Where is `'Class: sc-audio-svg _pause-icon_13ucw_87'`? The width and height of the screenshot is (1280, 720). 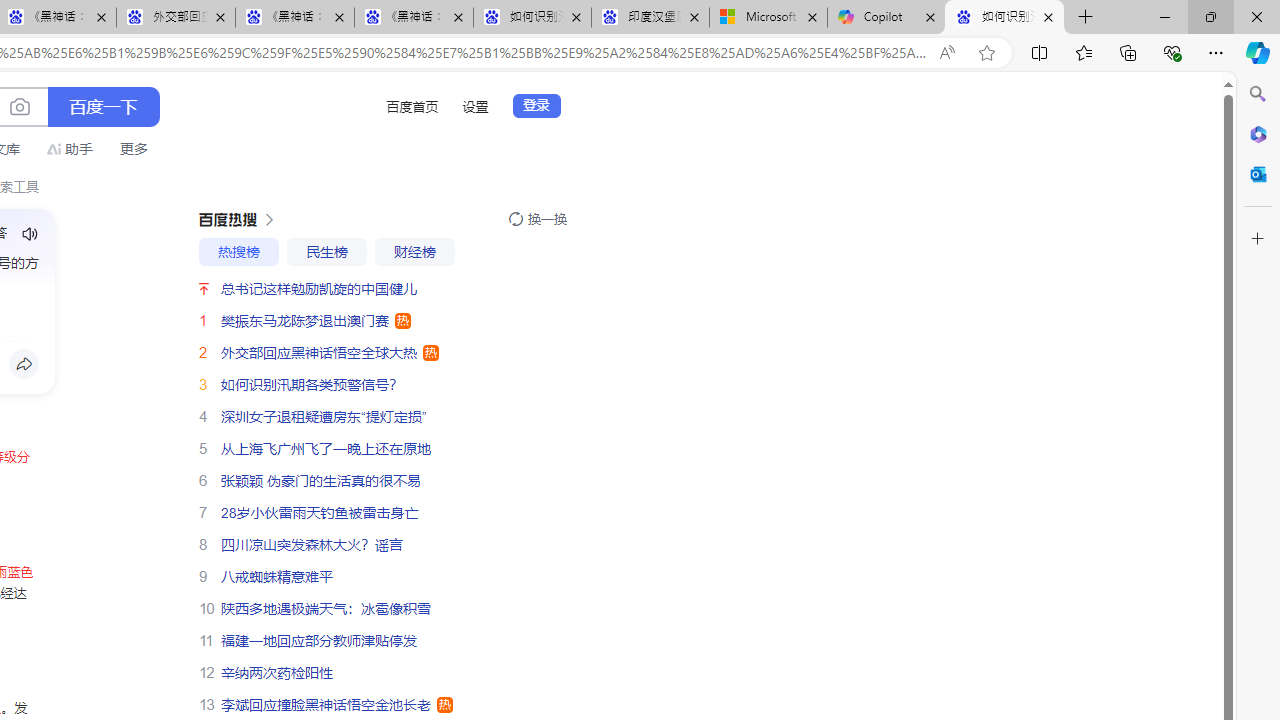 'Class: sc-audio-svg _pause-icon_13ucw_87' is located at coordinates (30, 233).